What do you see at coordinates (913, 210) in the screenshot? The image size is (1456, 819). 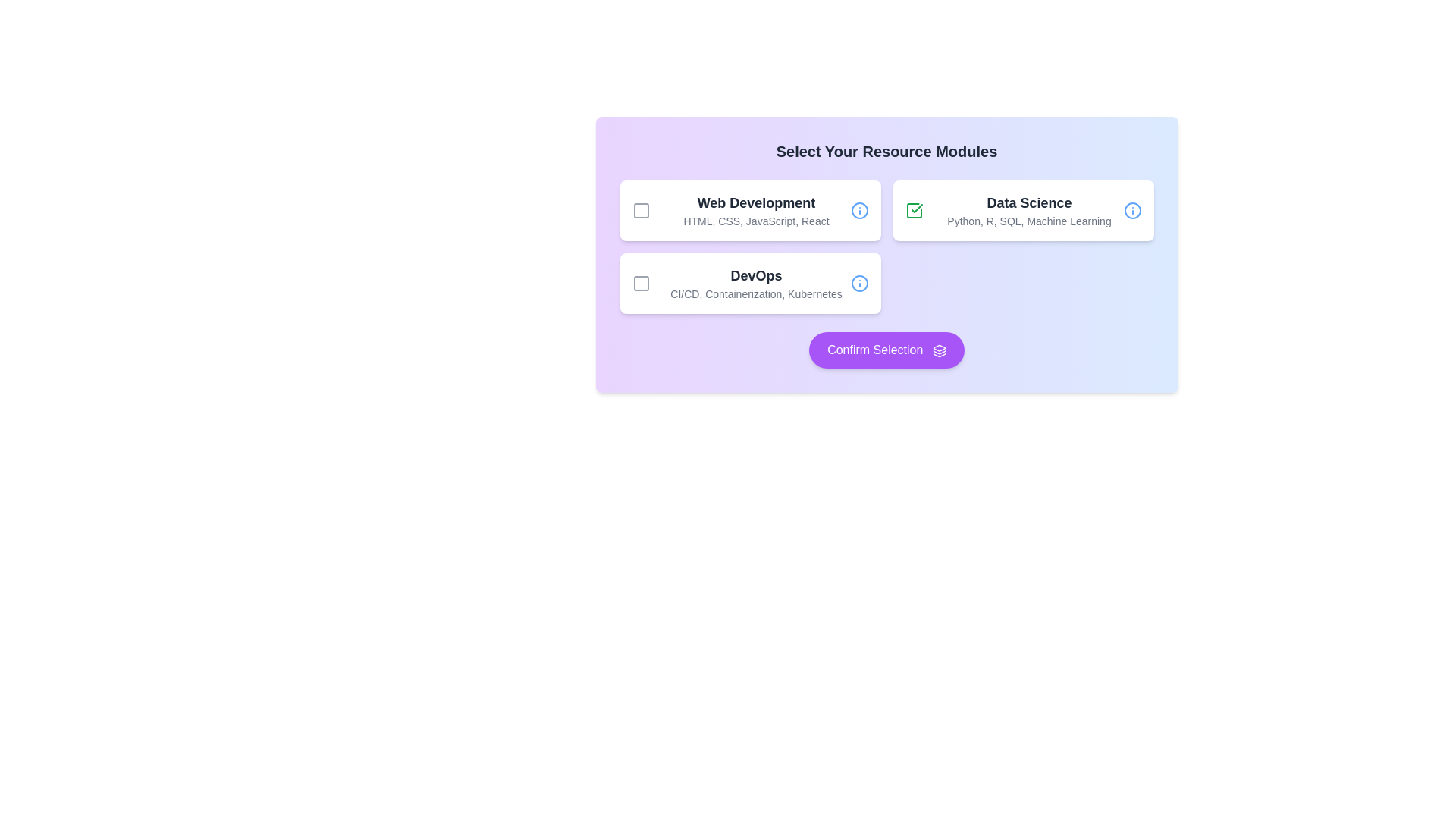 I see `the checkbox with a green check mark indicating a selected state, located` at bounding box center [913, 210].